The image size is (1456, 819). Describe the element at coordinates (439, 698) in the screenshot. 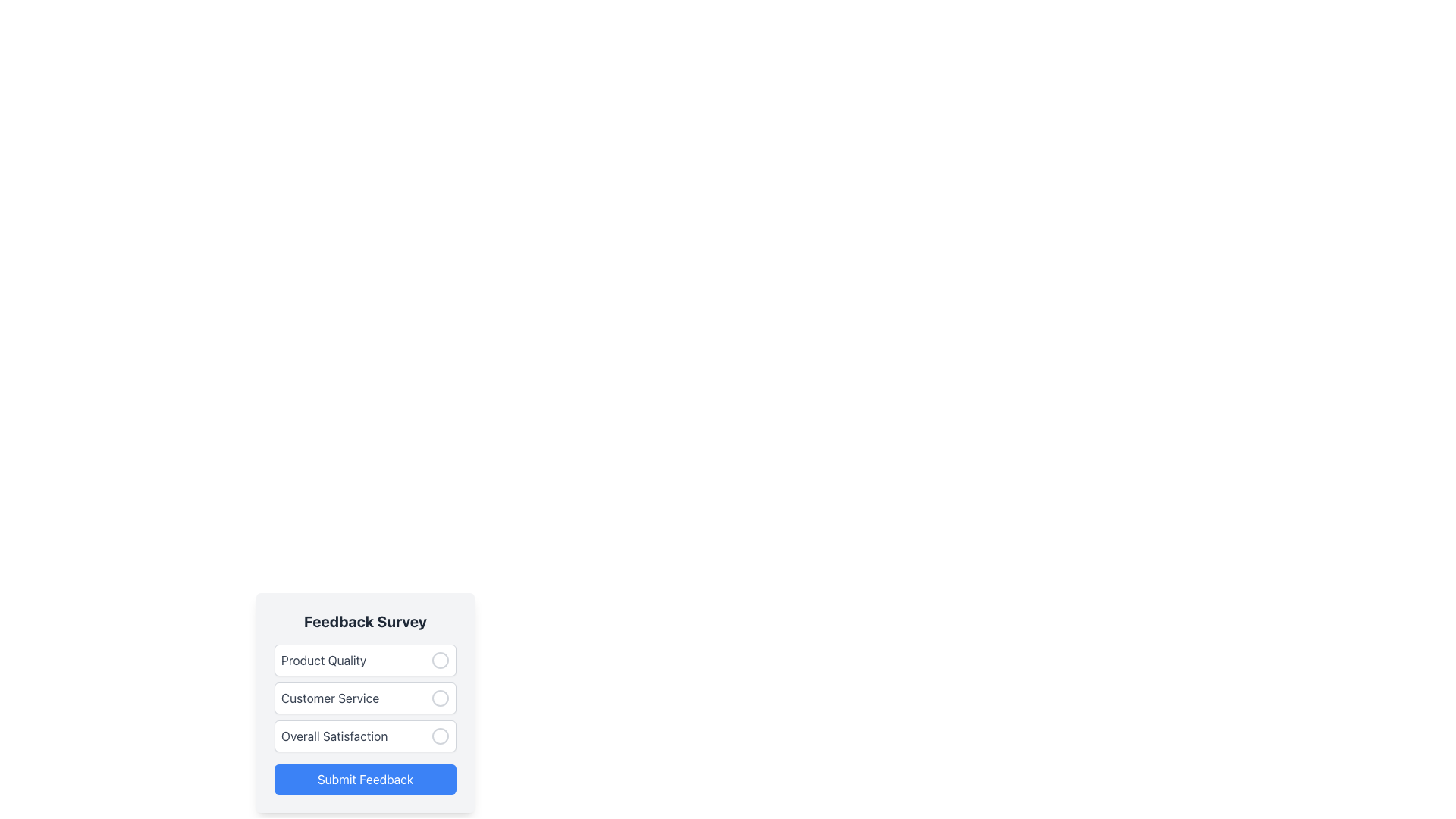

I see `the radio button styled as a hollow circle` at that location.